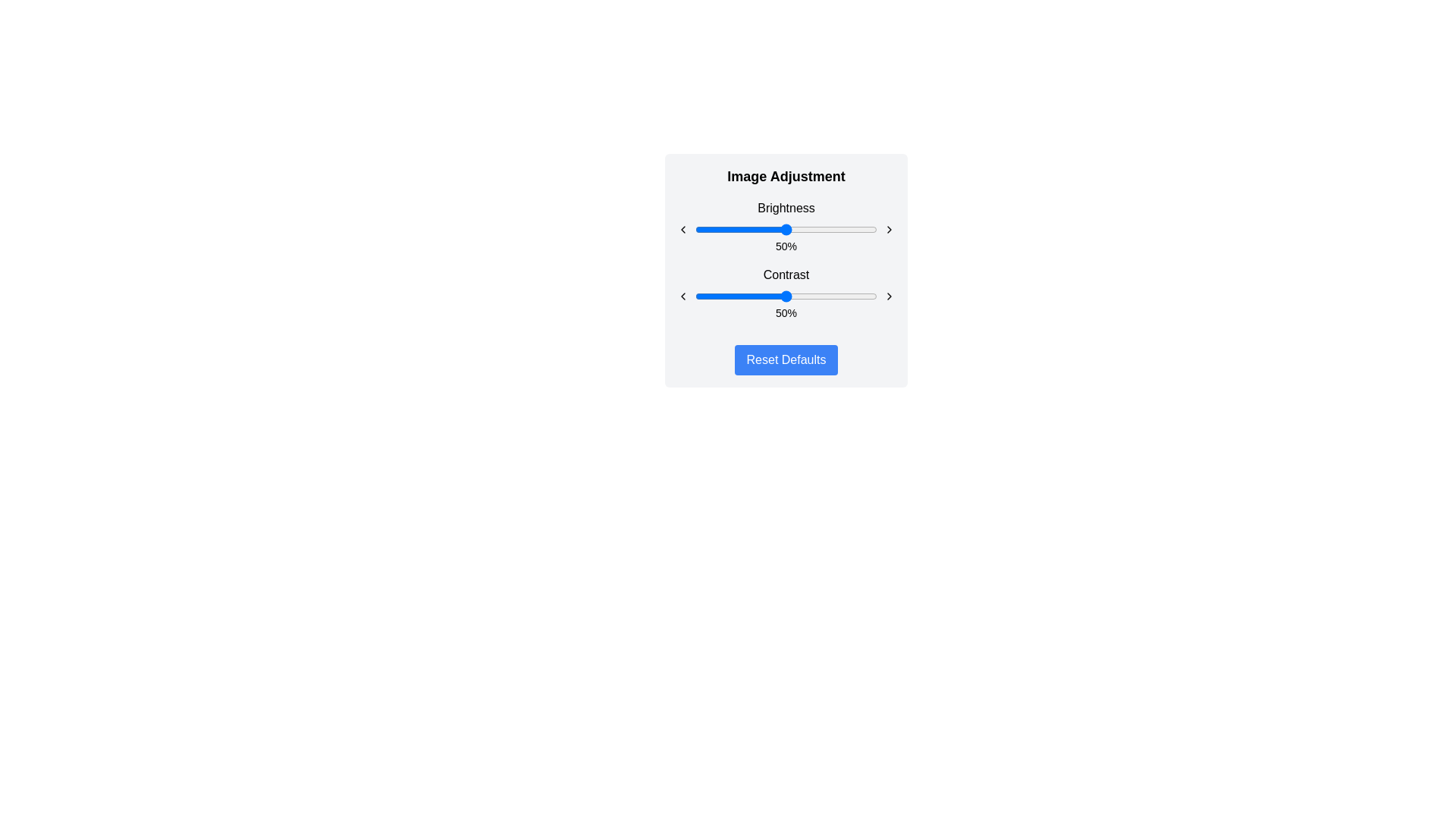 This screenshot has height=819, width=1456. Describe the element at coordinates (829, 296) in the screenshot. I see `contrast` at that location.